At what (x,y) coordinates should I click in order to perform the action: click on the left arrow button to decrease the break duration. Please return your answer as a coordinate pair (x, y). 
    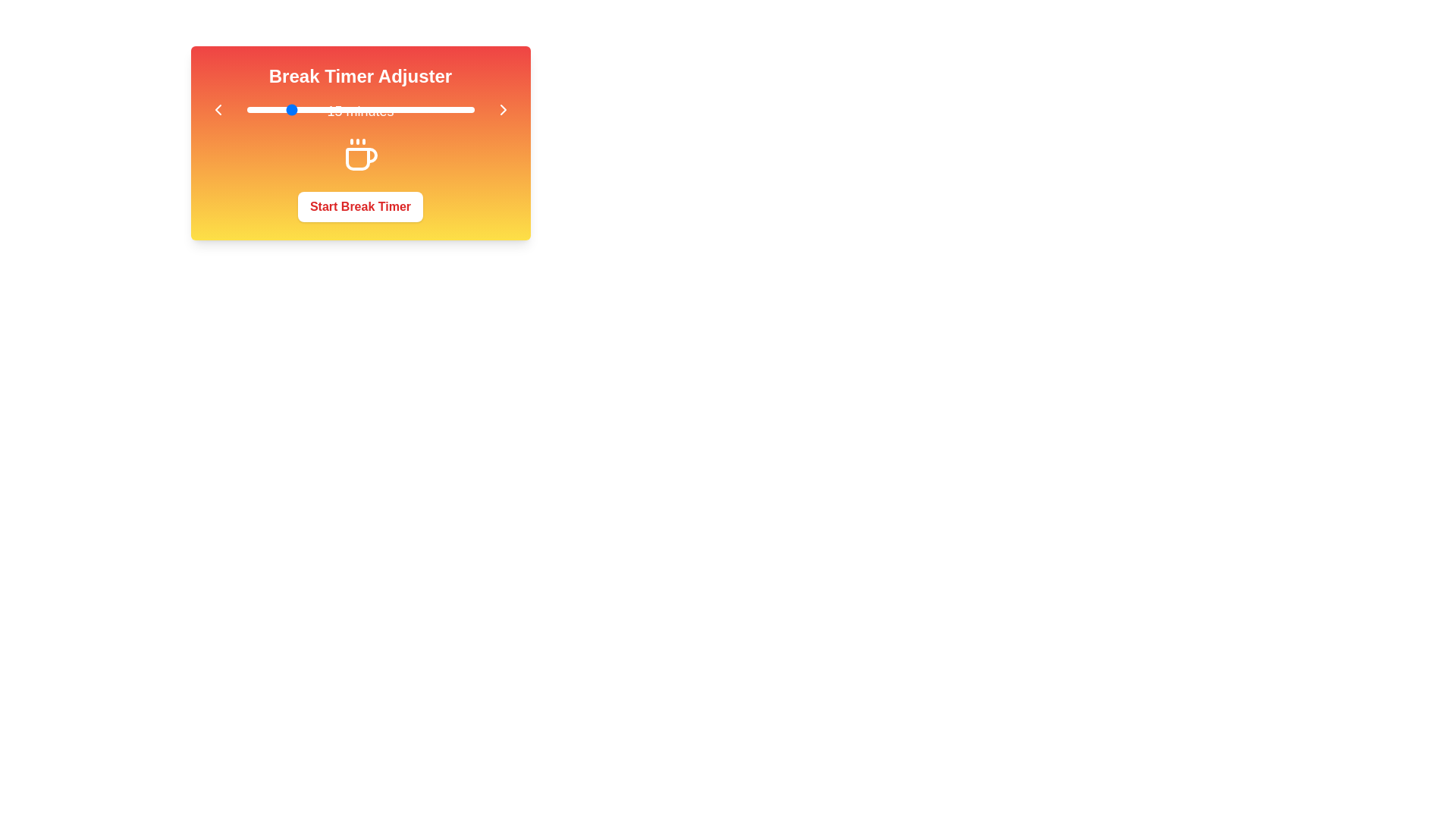
    Looking at the image, I should click on (217, 109).